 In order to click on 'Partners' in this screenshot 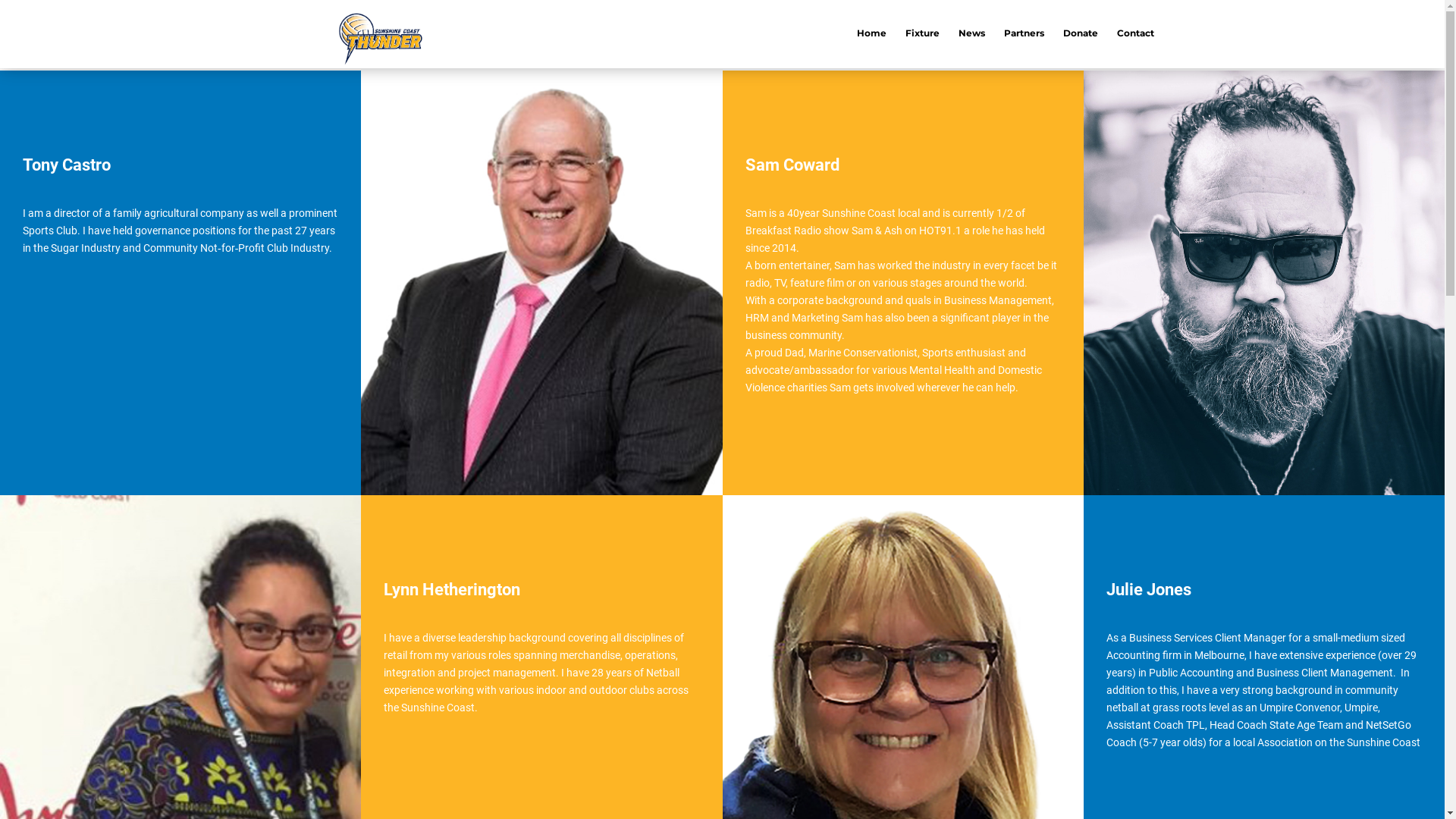, I will do `click(1024, 34)`.